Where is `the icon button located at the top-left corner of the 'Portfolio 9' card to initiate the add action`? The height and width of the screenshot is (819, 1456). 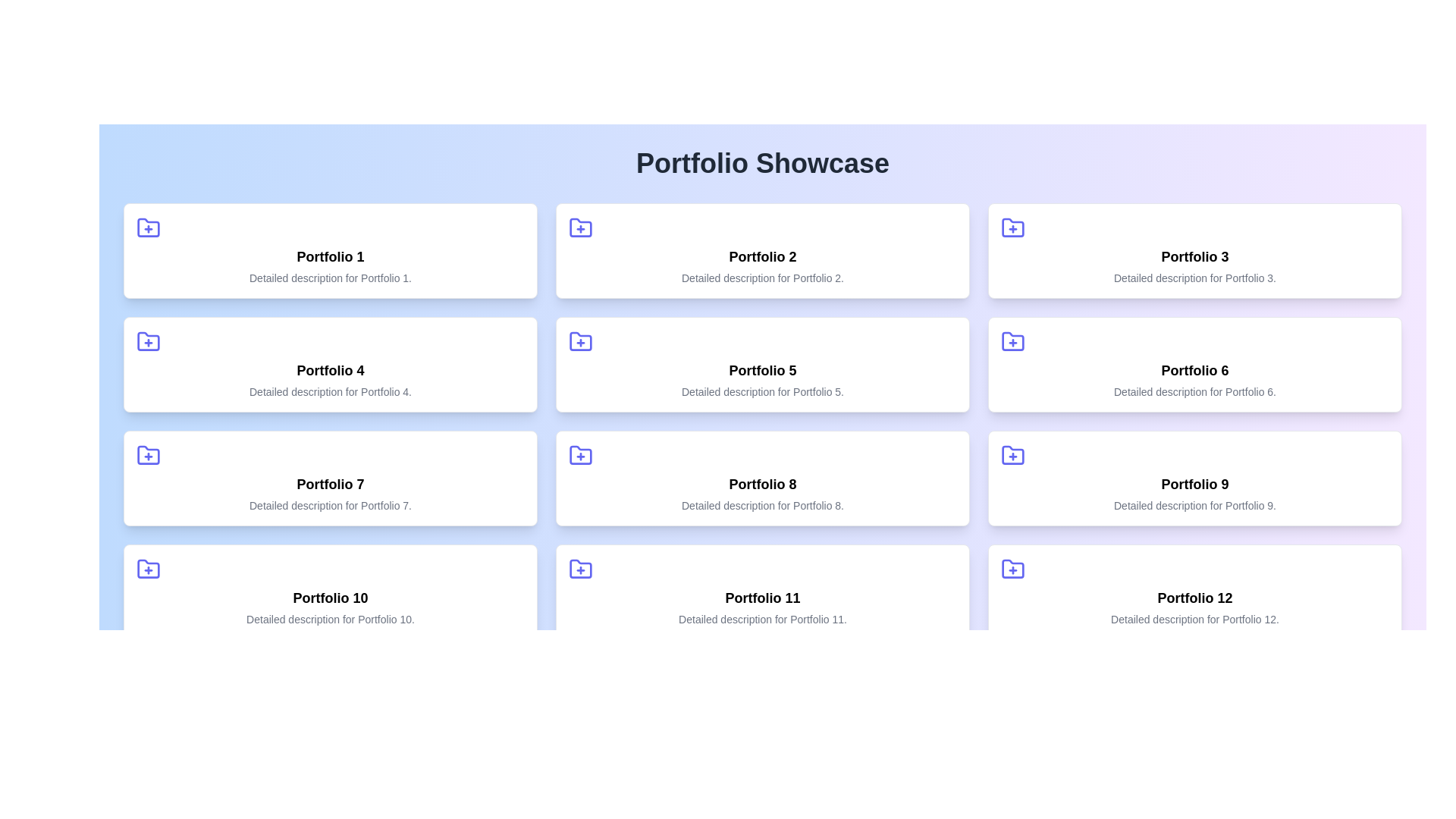 the icon button located at the top-left corner of the 'Portfolio 9' card to initiate the add action is located at coordinates (1012, 455).